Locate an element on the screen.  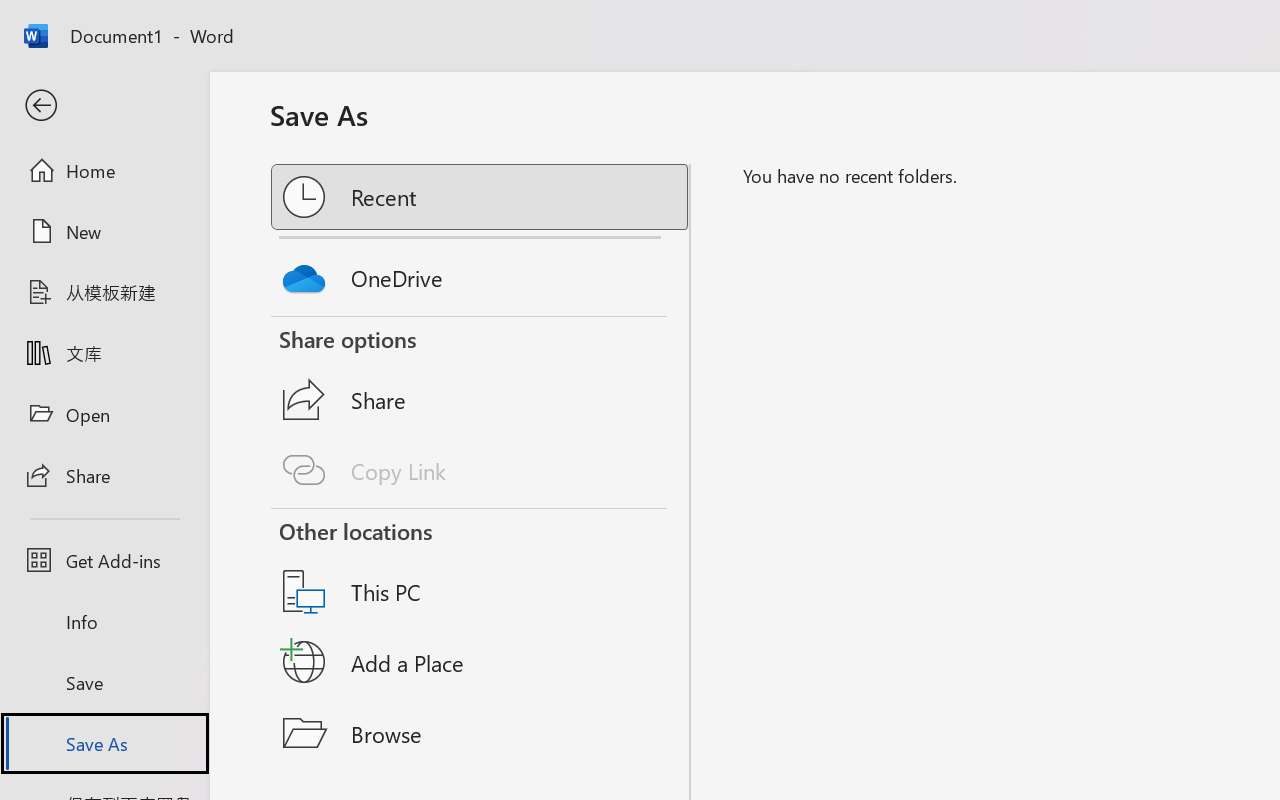
'Save As' is located at coordinates (103, 743).